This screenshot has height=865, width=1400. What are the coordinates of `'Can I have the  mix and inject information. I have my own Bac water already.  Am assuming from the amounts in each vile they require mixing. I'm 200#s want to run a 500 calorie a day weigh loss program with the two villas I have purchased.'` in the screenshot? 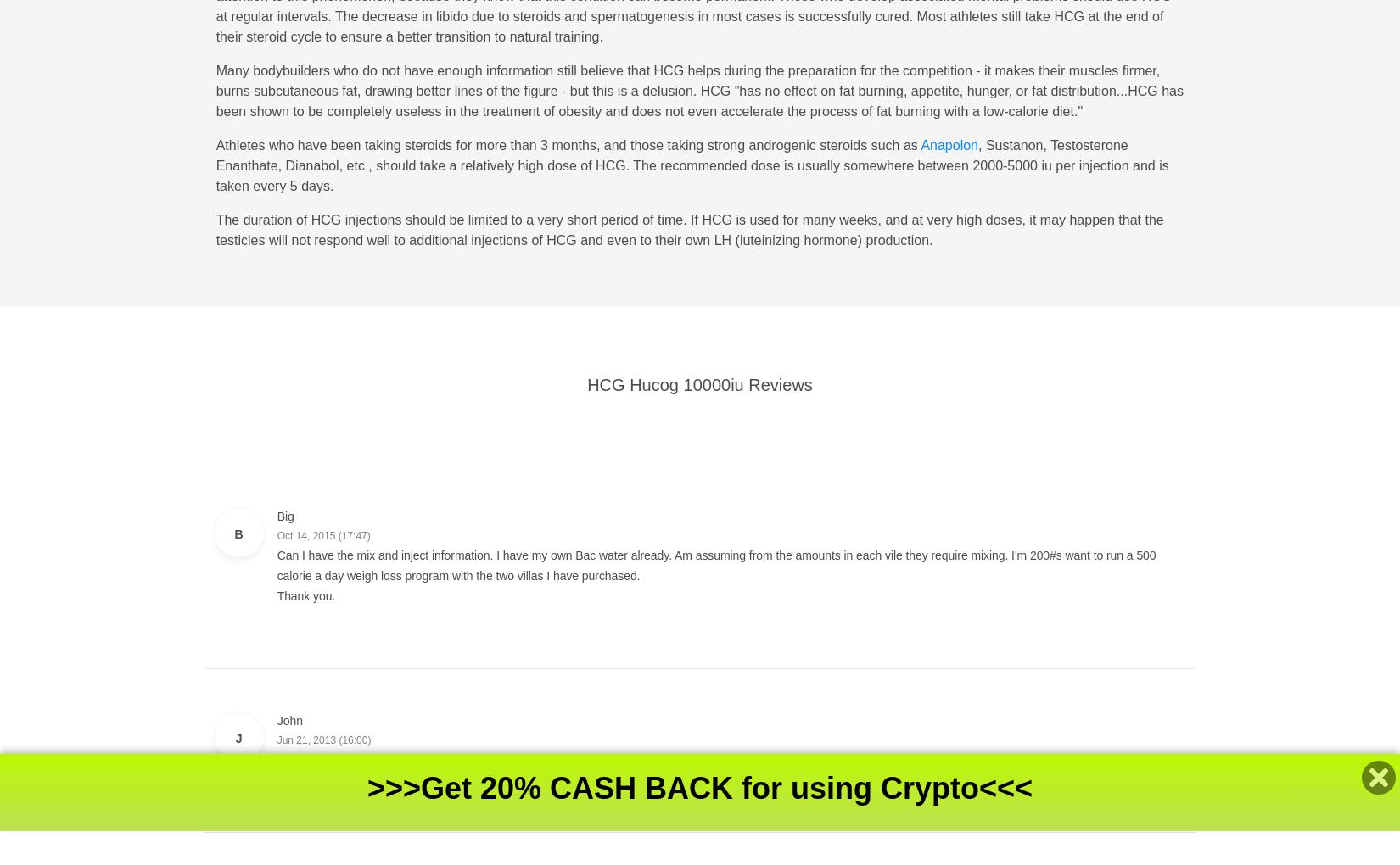 It's located at (715, 565).